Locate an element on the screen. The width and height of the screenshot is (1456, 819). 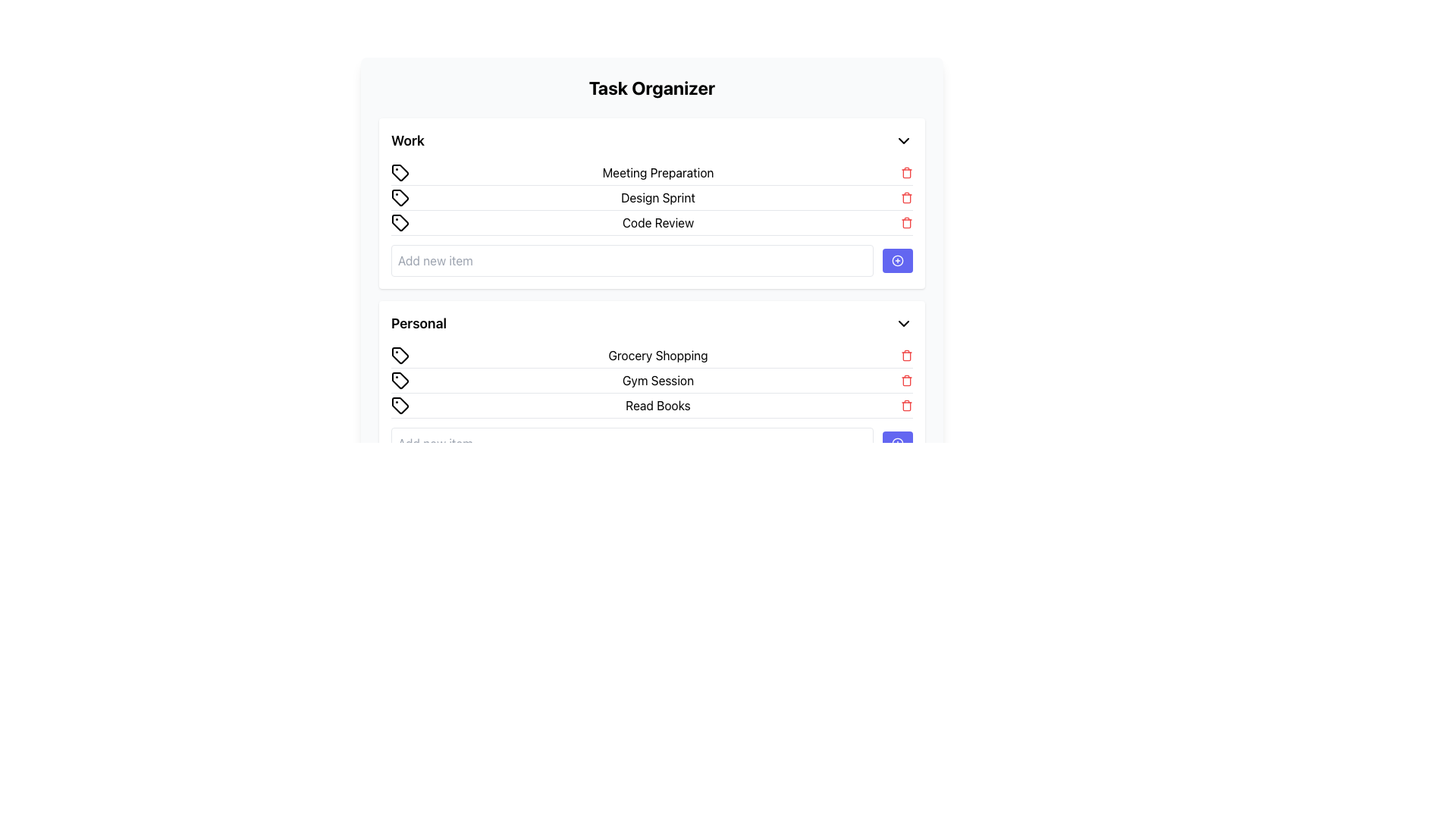
the red-colored trash can icon is located at coordinates (906, 197).